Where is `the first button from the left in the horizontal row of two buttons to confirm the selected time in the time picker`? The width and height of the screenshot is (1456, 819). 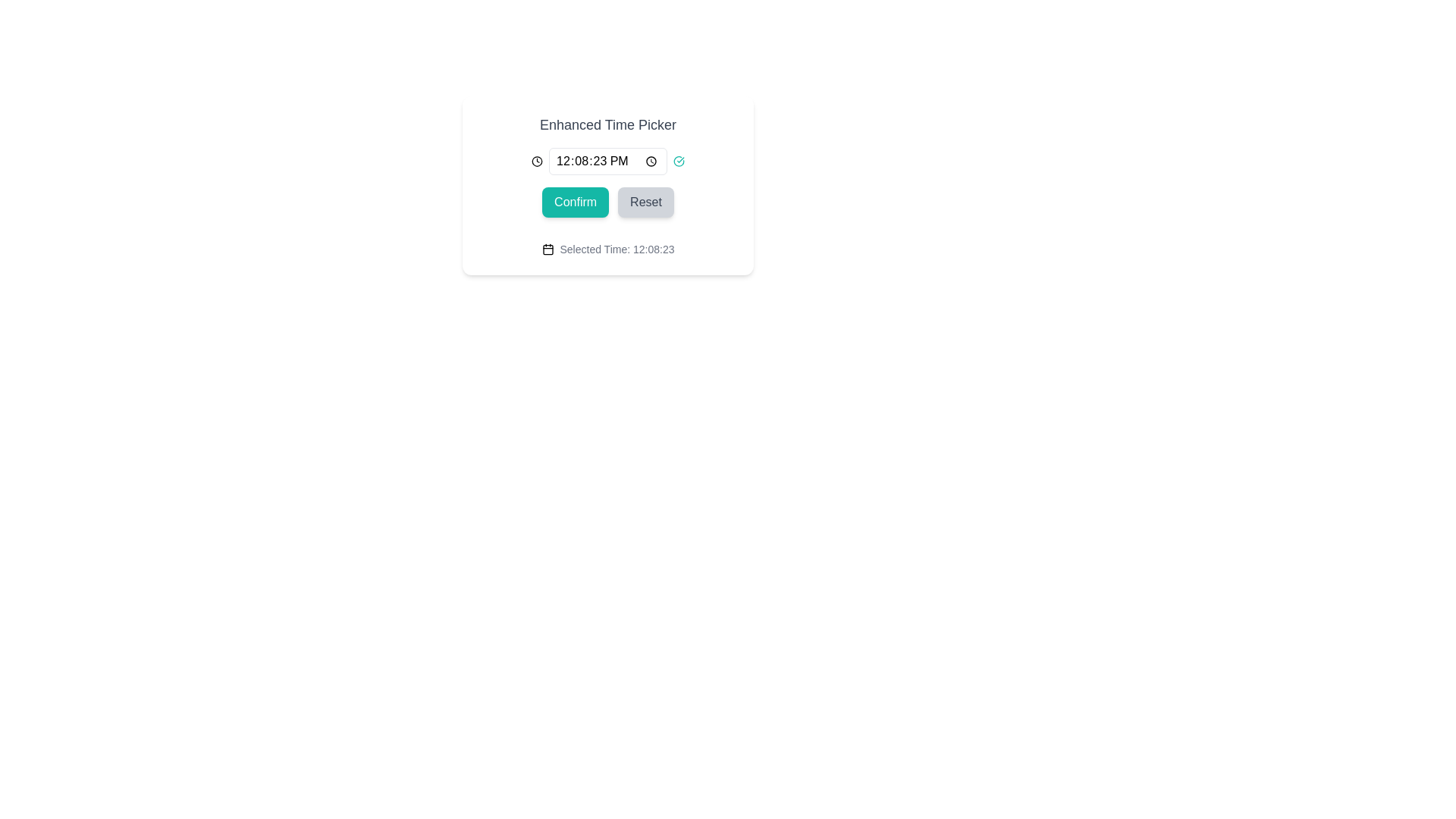
the first button from the left in the horizontal row of two buttons to confirm the selected time in the time picker is located at coordinates (575, 201).